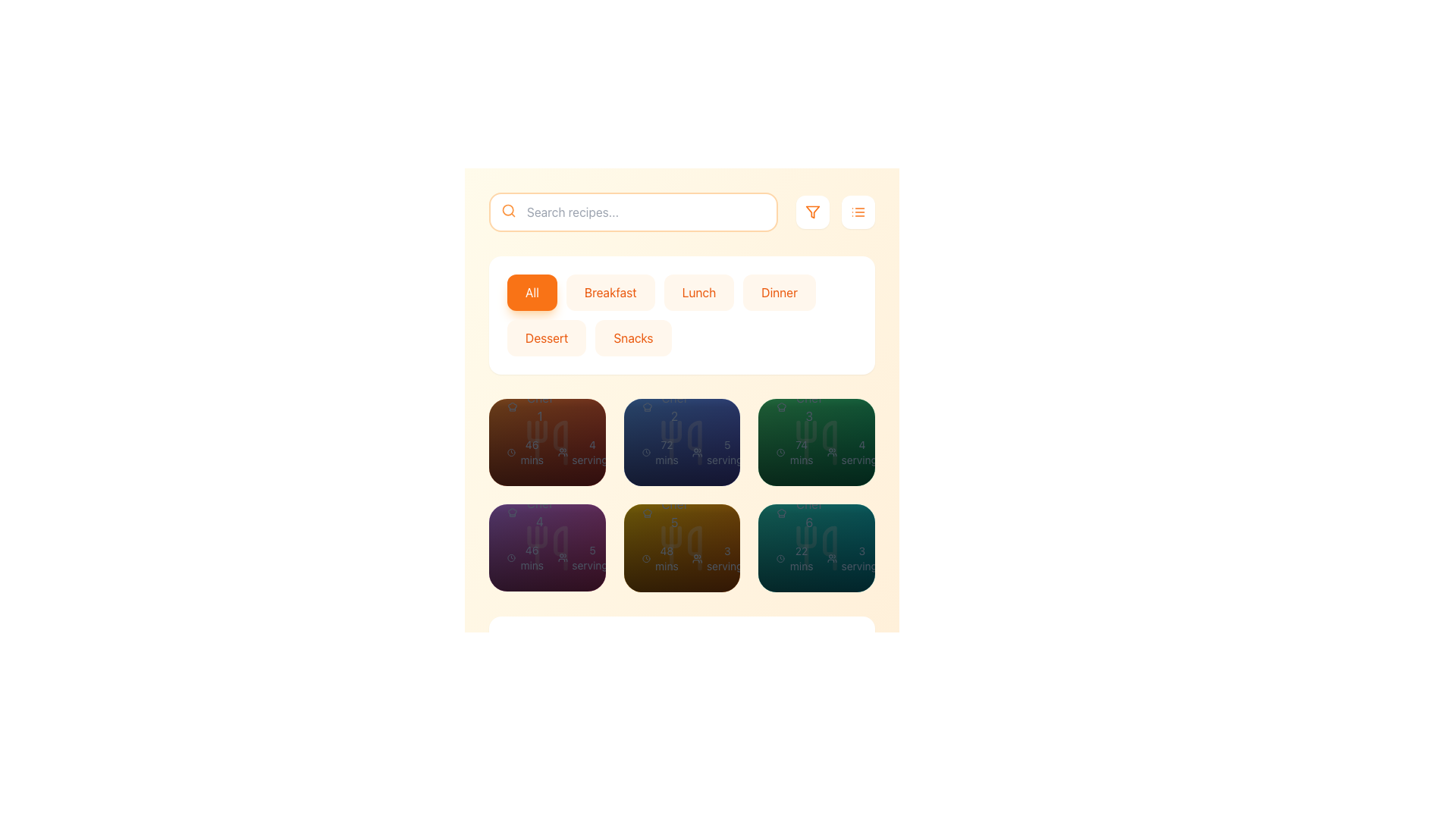 The height and width of the screenshot is (819, 1456). What do you see at coordinates (546, 548) in the screenshot?
I see `the recipe card located in the second row, first column of the grid layout, which provides details about a recipe including rating, preparation time, servings, and difficulty level` at bounding box center [546, 548].